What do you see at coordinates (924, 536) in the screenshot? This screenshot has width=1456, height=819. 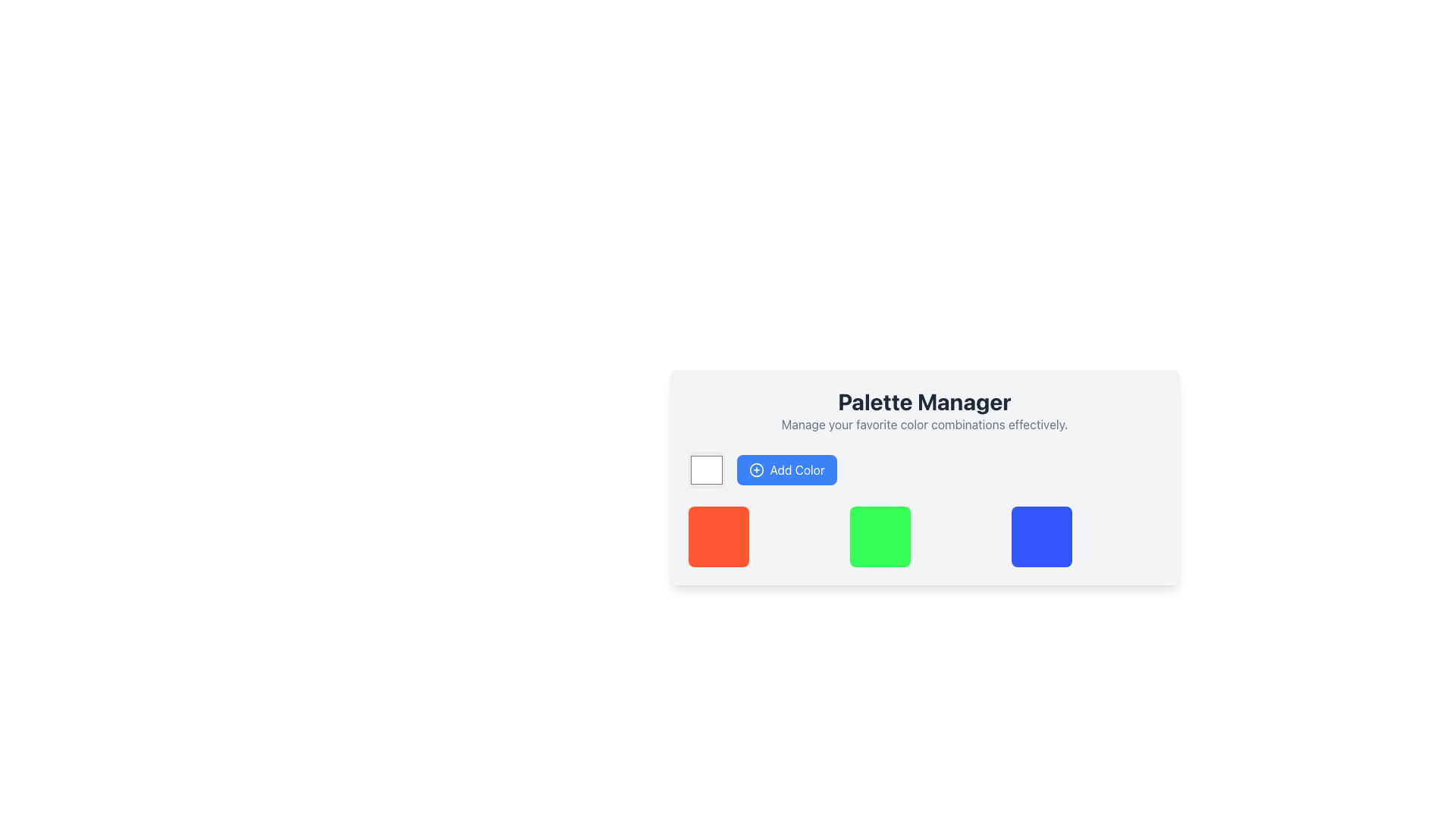 I see `the Color Preview Block, which is the second item in the grid layout of the Palette Manager` at bounding box center [924, 536].